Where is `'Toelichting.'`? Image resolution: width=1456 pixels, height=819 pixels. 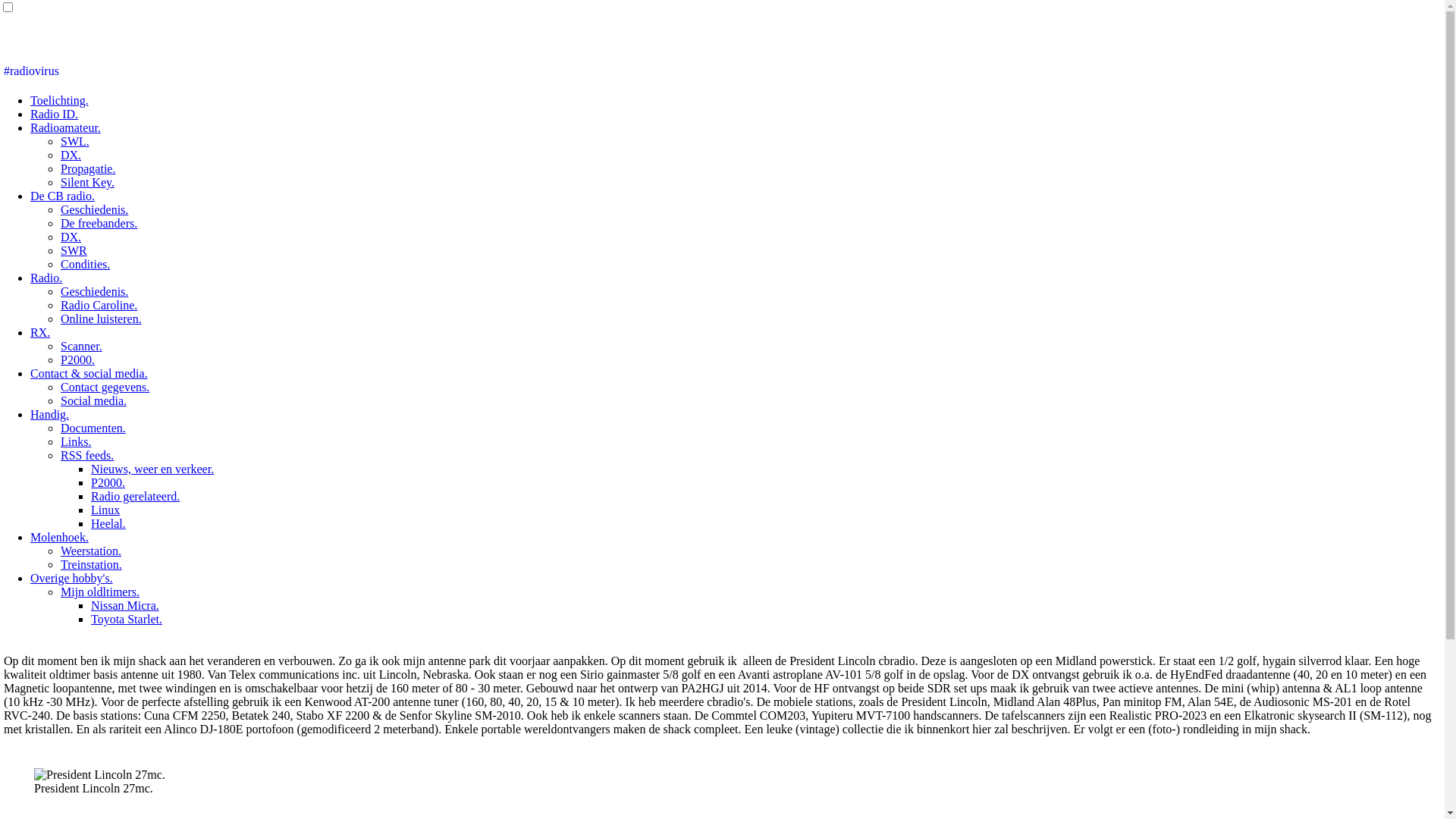
'Toelichting.' is located at coordinates (59, 100).